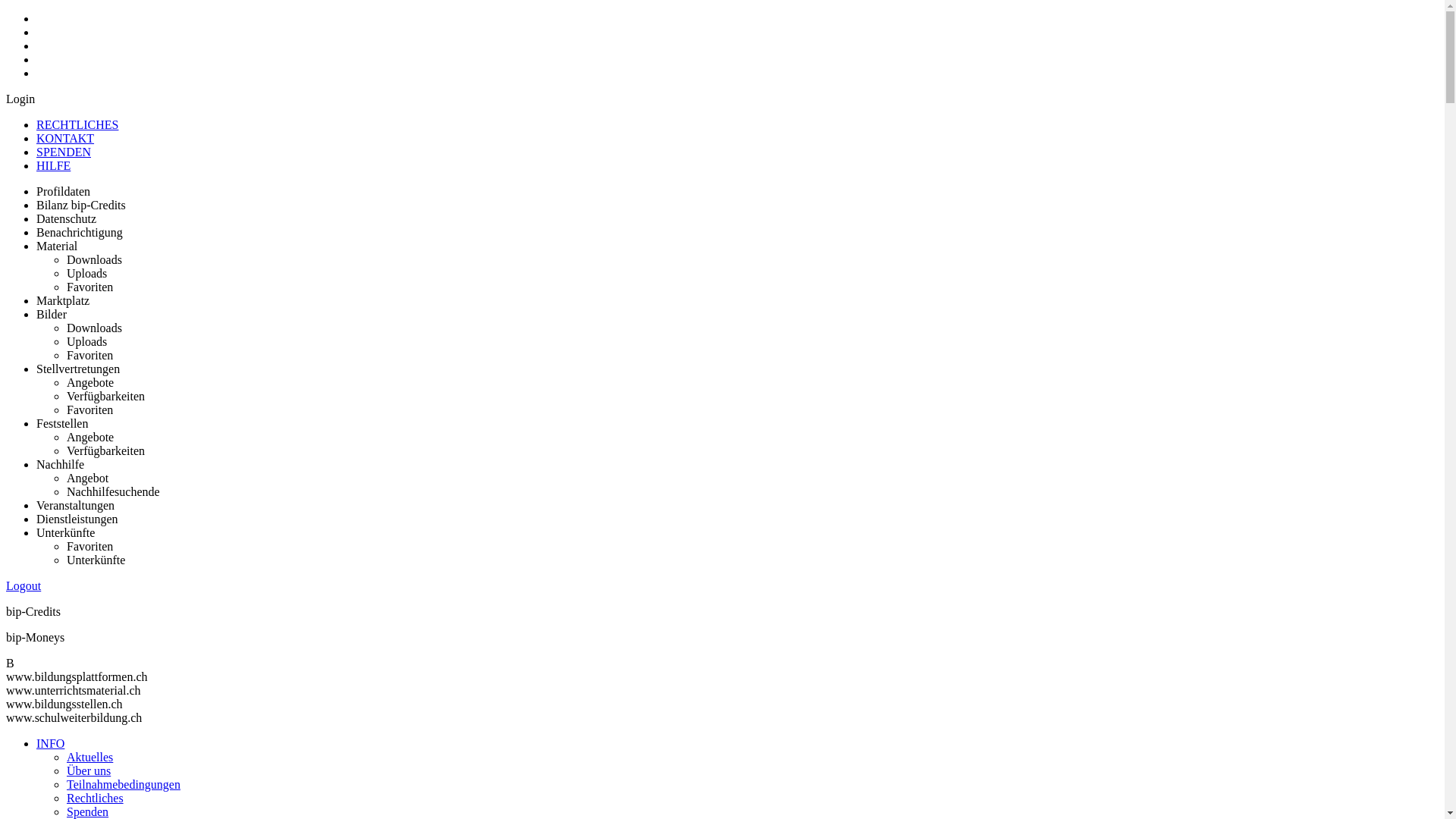 This screenshot has width=1456, height=819. What do you see at coordinates (76, 124) in the screenshot?
I see `'RECHTLICHES'` at bounding box center [76, 124].